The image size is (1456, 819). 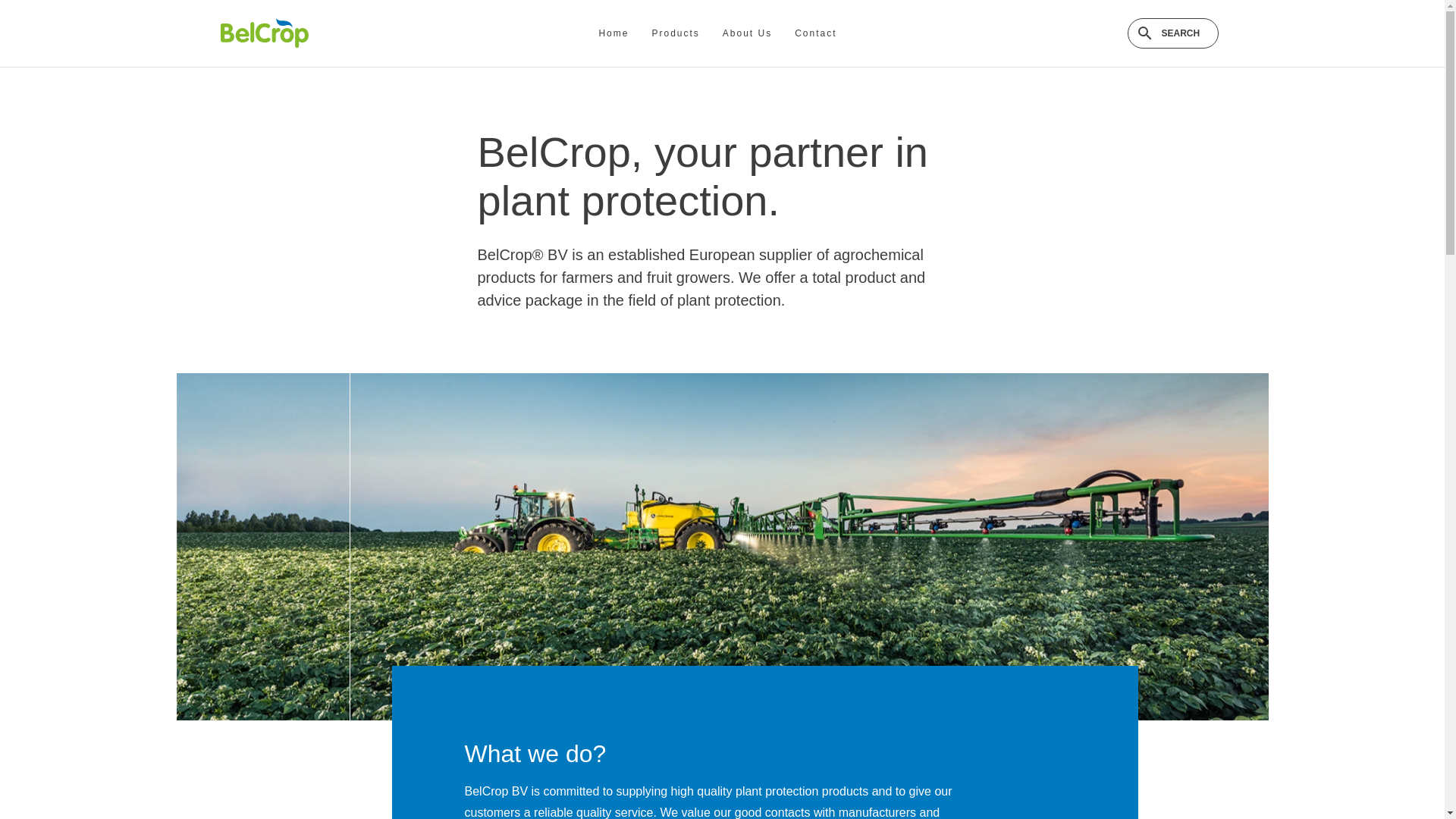 I want to click on 'About Us', so click(x=747, y=33).